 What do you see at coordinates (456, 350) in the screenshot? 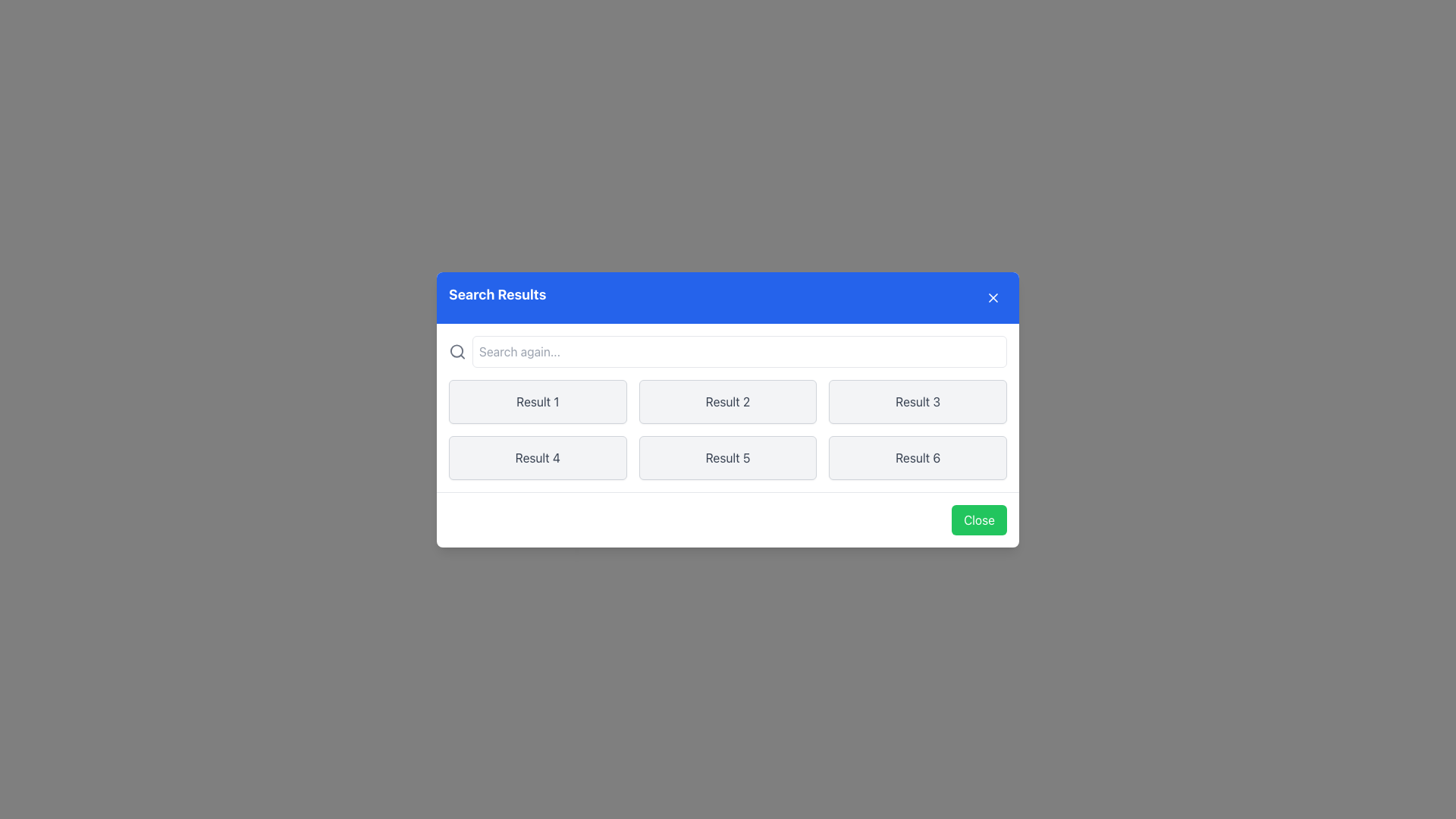
I see `the circular part of the search icon in the top left corner of the search bar` at bounding box center [456, 350].